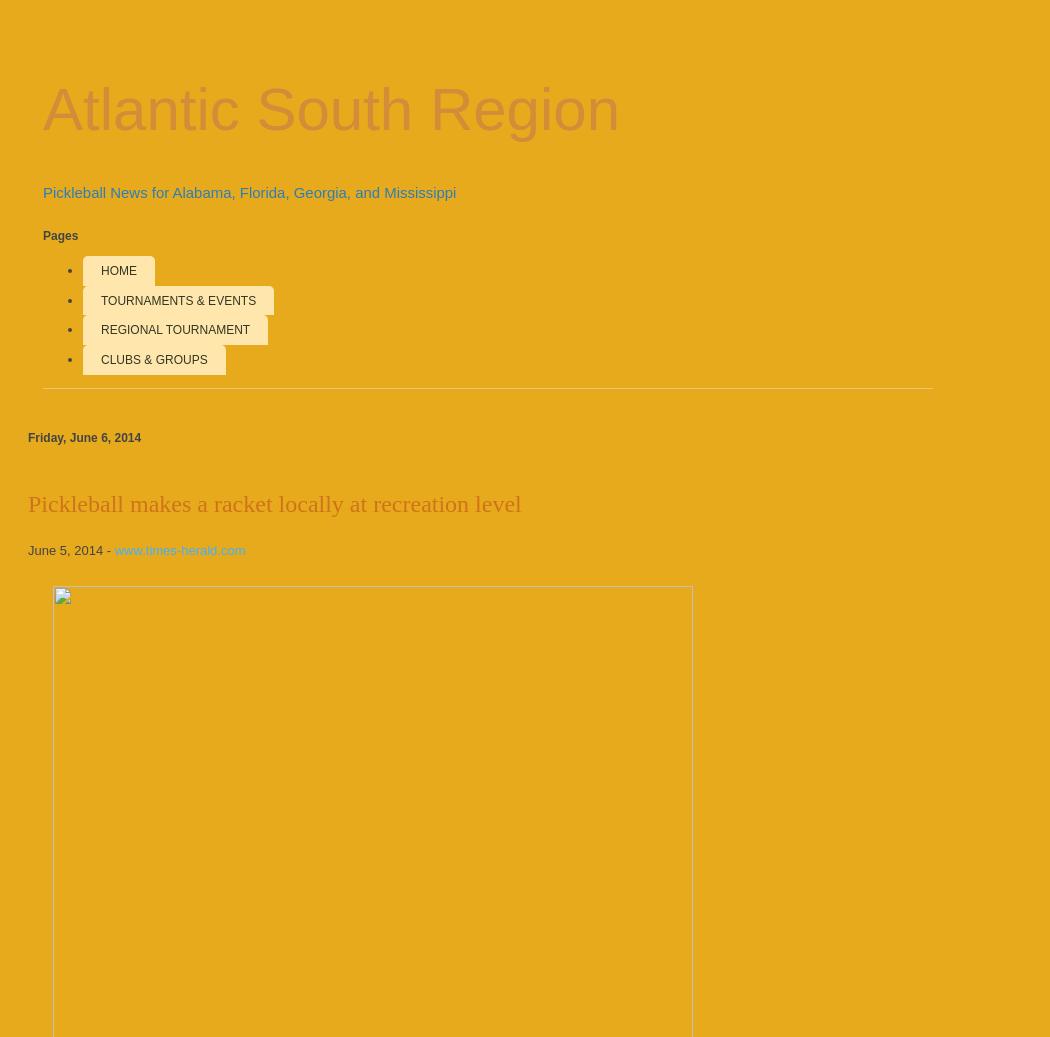  What do you see at coordinates (331, 108) in the screenshot?
I see `'Atlantic South Region'` at bounding box center [331, 108].